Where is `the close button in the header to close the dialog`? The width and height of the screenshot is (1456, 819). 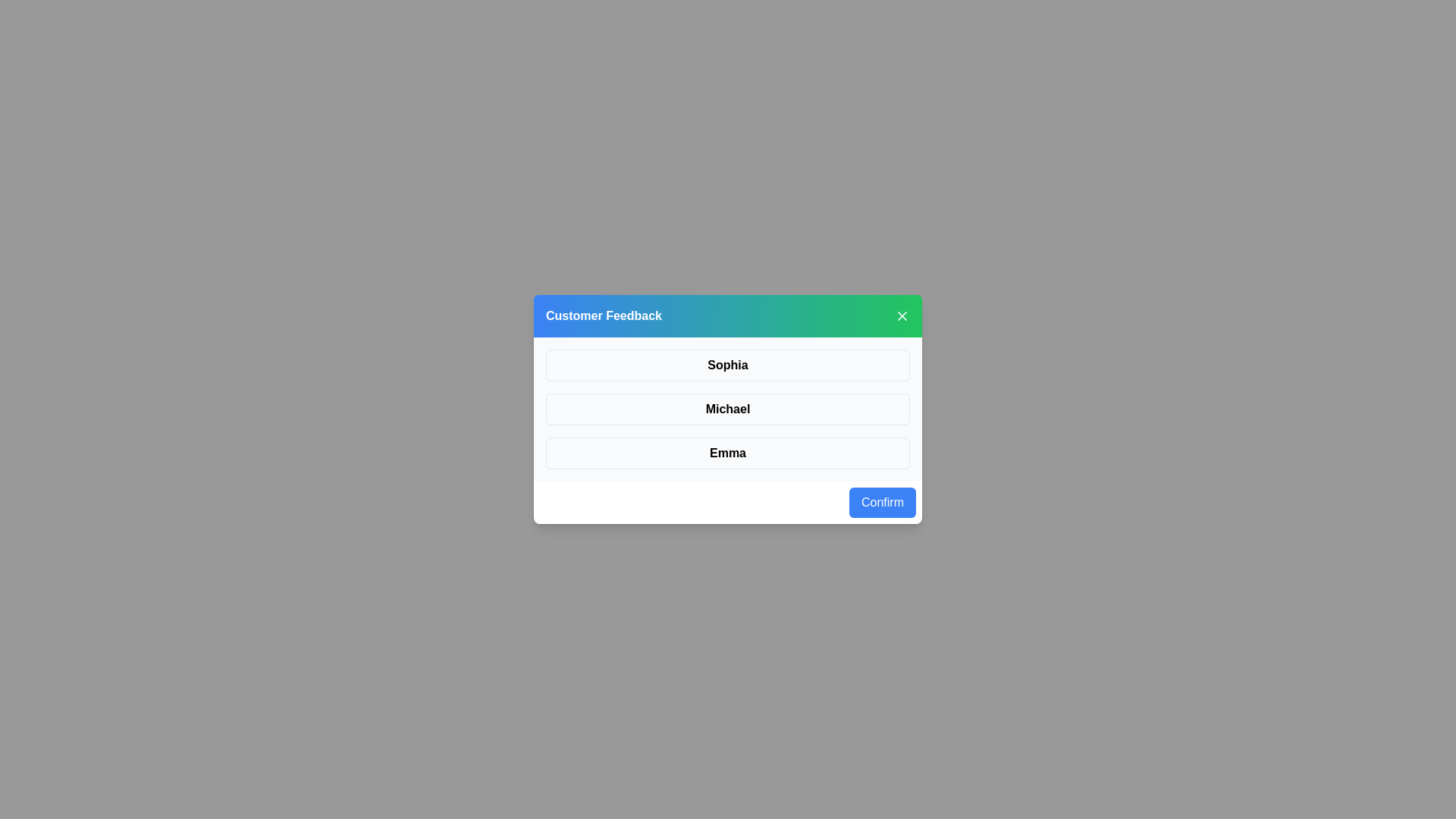 the close button in the header to close the dialog is located at coordinates (902, 315).